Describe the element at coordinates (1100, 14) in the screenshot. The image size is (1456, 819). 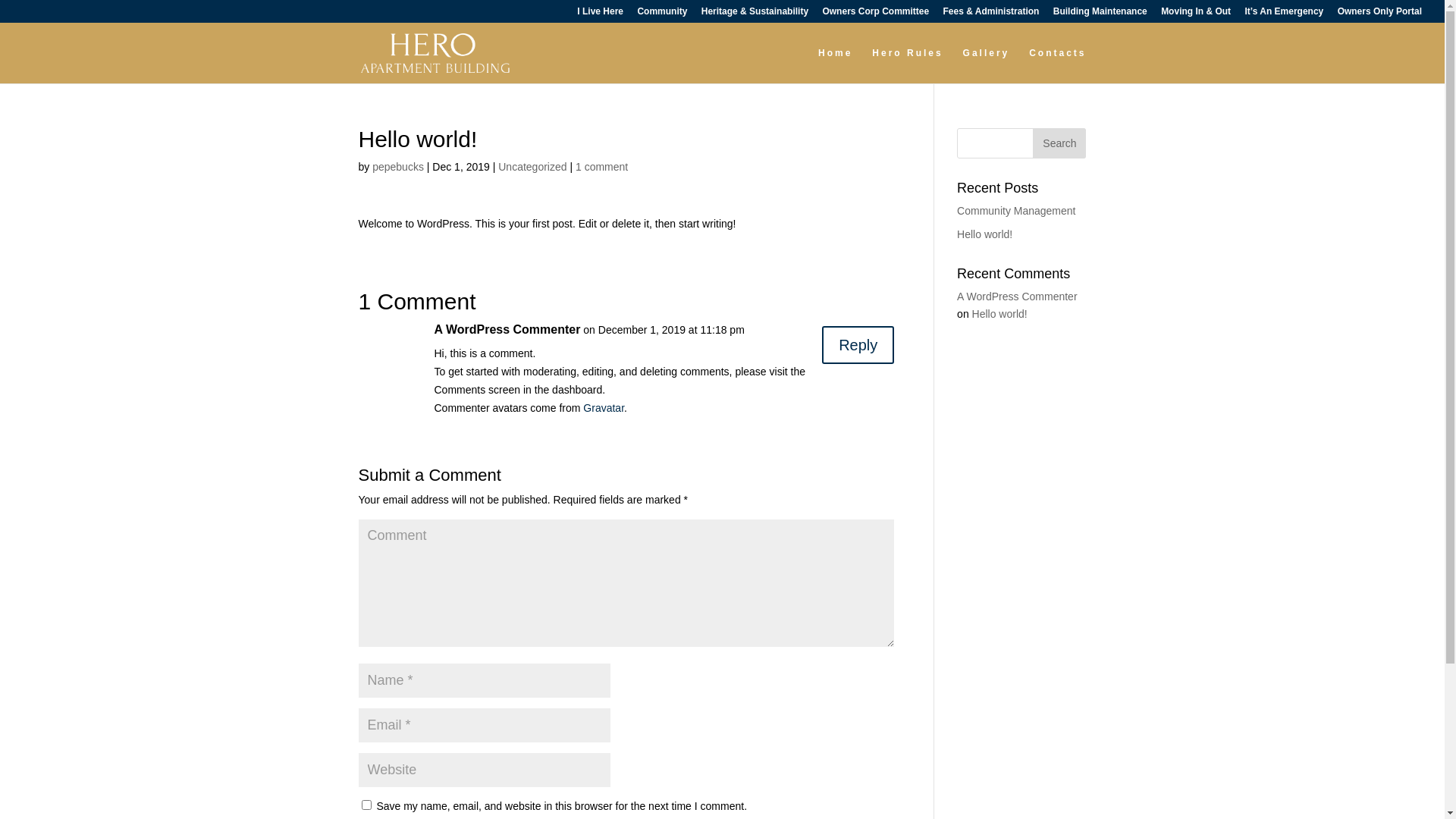
I see `'Building Maintenance'` at that location.